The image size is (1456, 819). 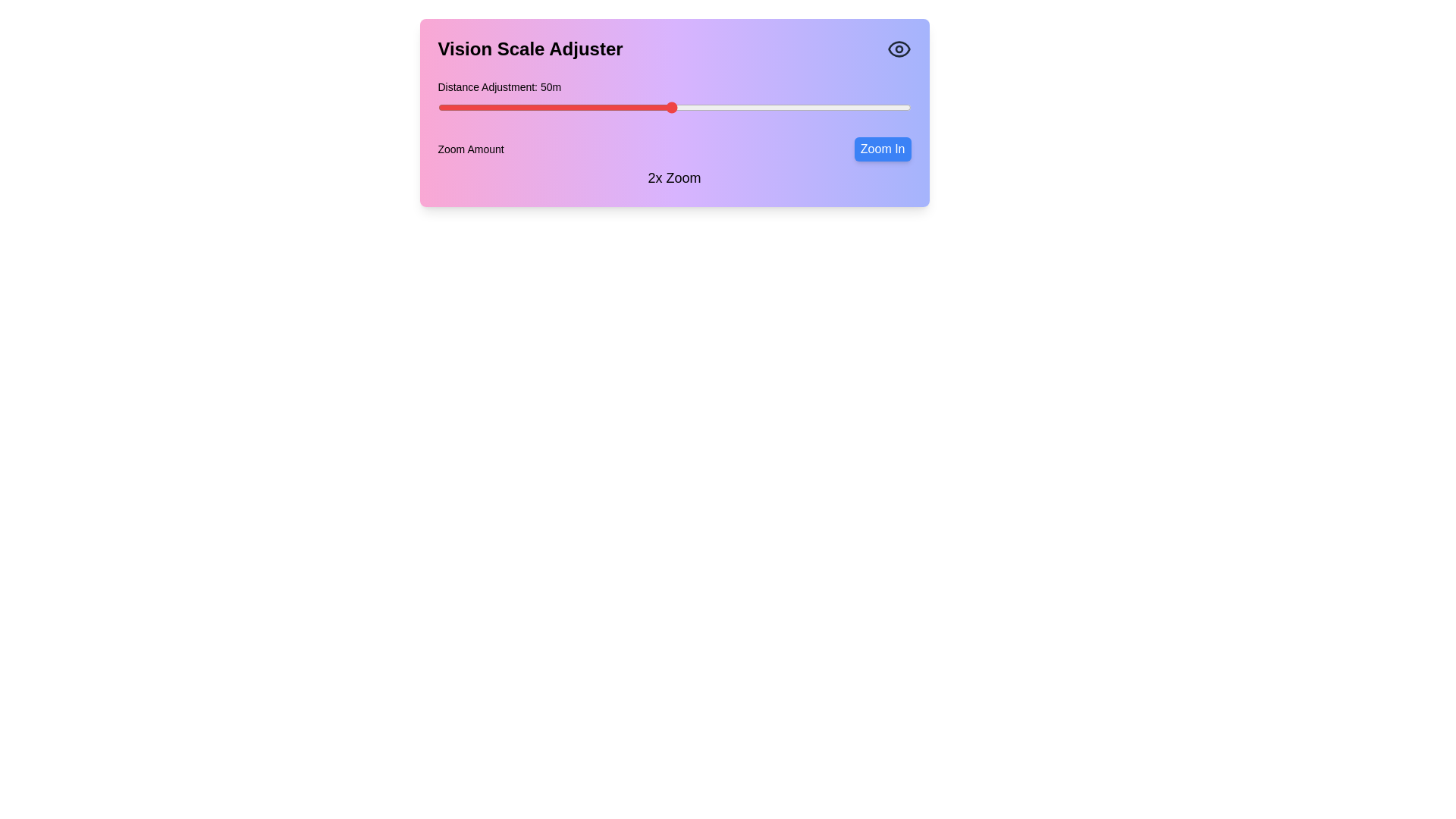 I want to click on text label '2x Zoom' located in the lower portion of the gradient-colored modal, beneath the 'Zoom Amount' label and adjacent to the 'Zoom In' button, to understand the current zoom level, so click(x=673, y=177).